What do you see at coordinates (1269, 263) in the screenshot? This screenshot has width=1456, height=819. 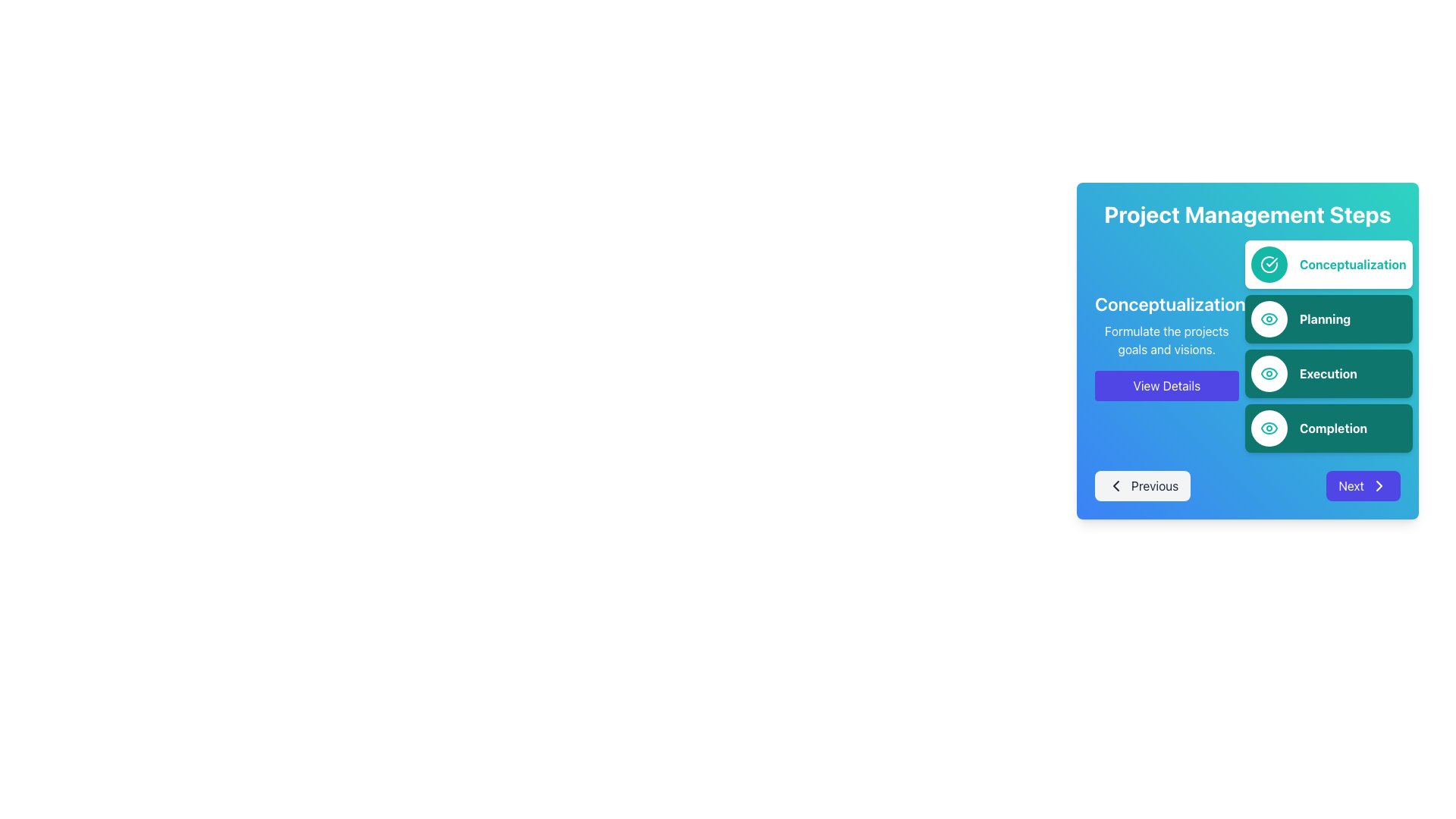 I see `the circular icon with a white checkmark inside a teal background, representing the 'Conceptualization' step in the 'Project Management Steps' interface` at bounding box center [1269, 263].